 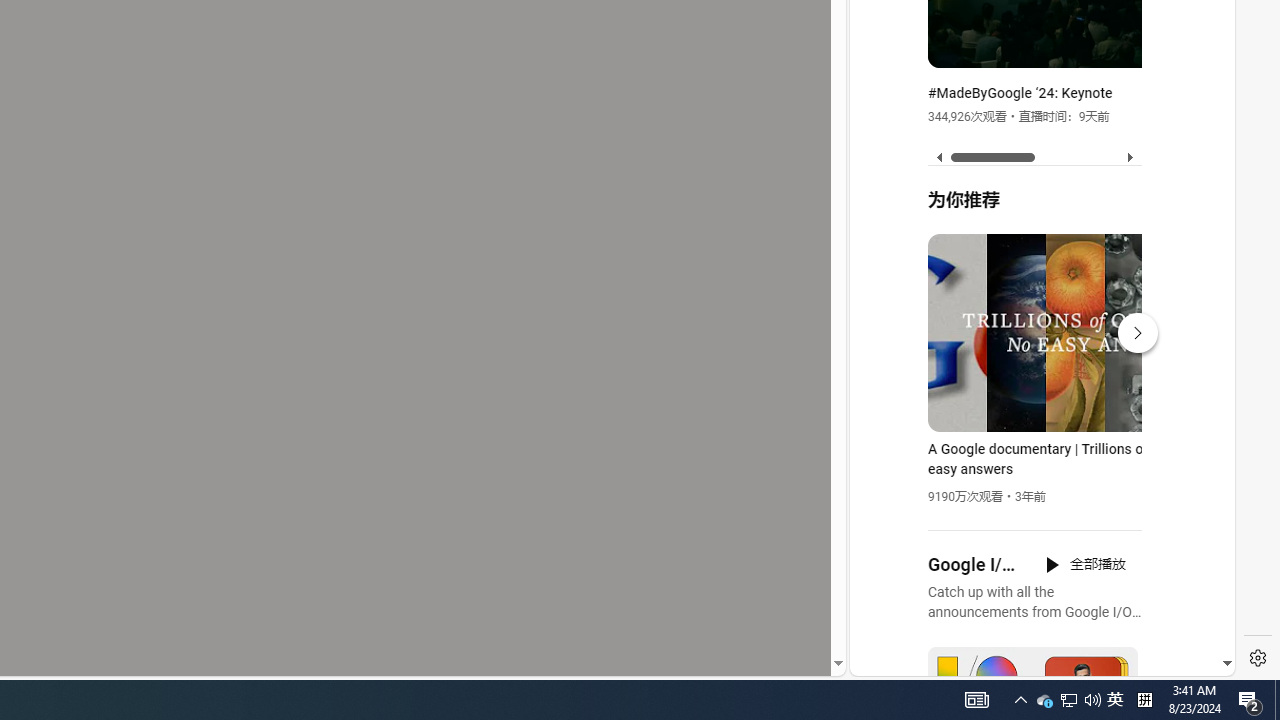 I want to click on 'Google I/O 2024', so click(x=974, y=565).